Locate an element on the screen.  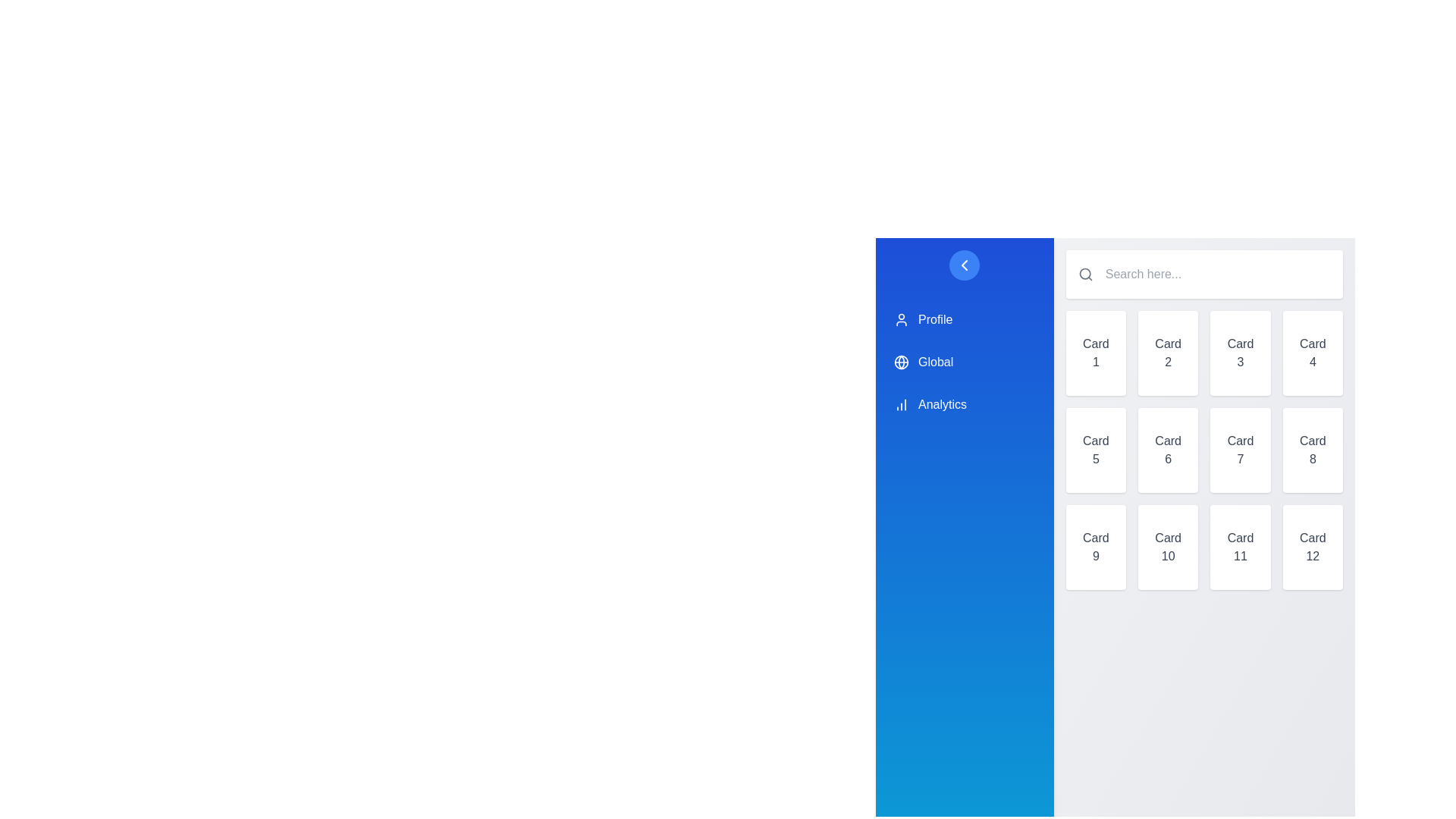
the search bar and type 'query' is located at coordinates (1215, 275).